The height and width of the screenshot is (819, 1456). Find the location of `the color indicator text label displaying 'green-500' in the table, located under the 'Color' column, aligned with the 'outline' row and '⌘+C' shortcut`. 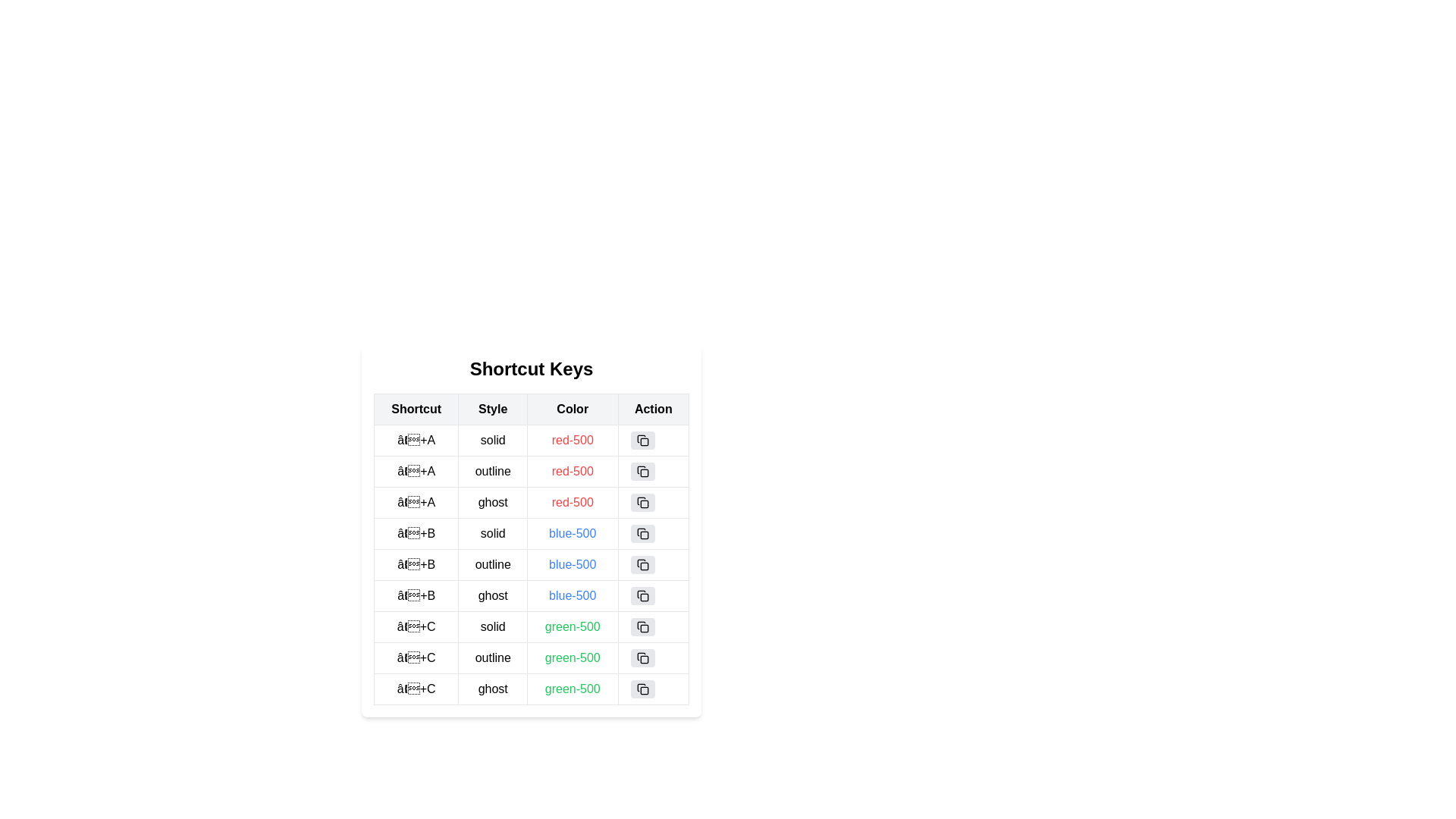

the color indicator text label displaying 'green-500' in the table, located under the 'Color' column, aligned with the 'outline' row and '⌘+C' shortcut is located at coordinates (572, 657).